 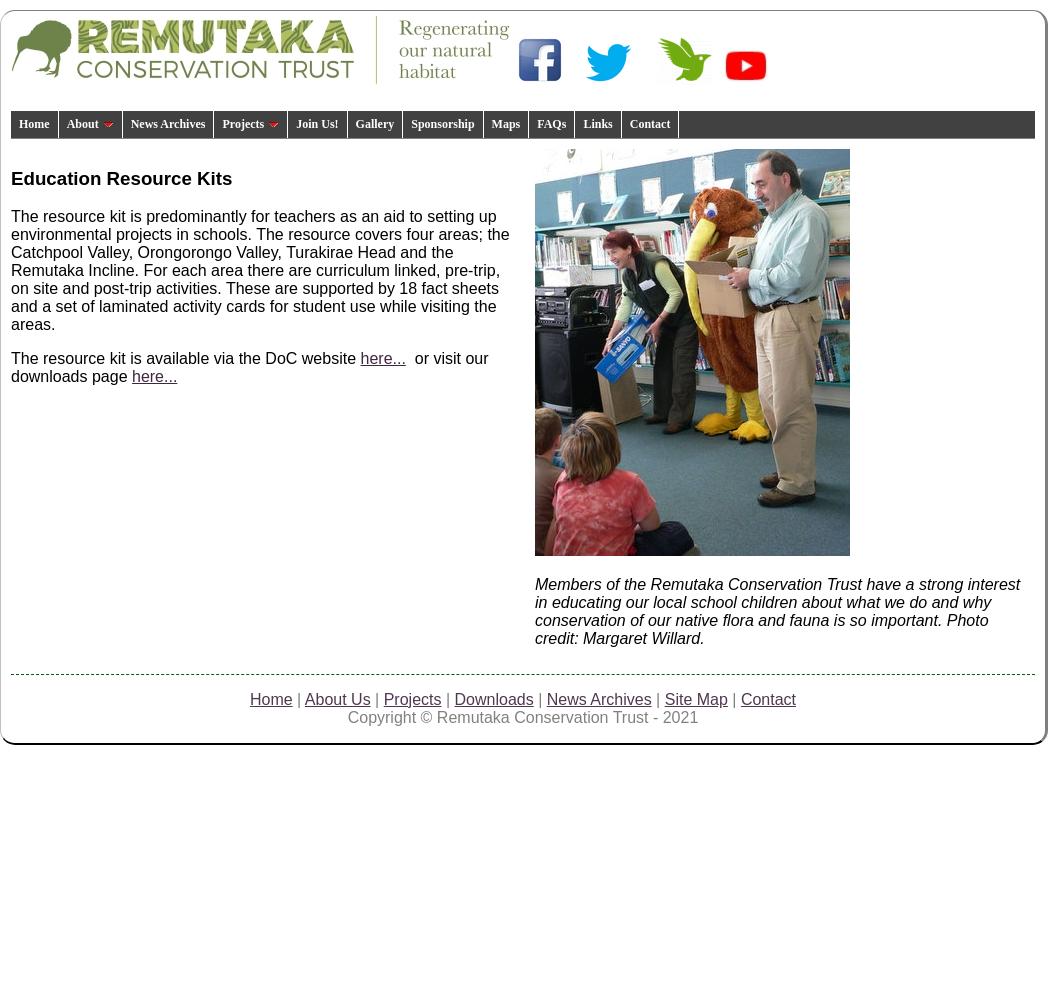 I want to click on 'or visit our downloads page', so click(x=249, y=366).